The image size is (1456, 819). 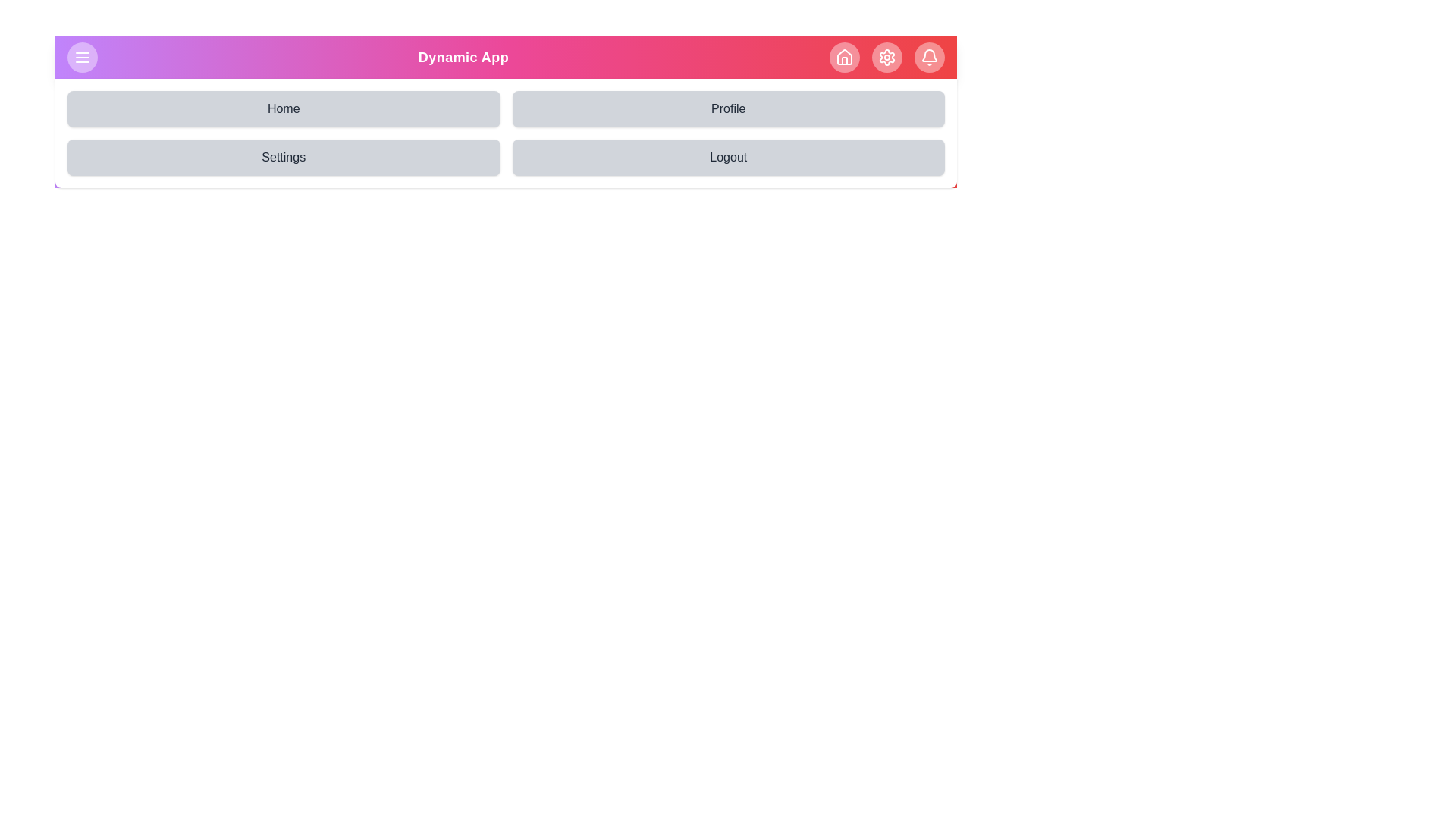 What do you see at coordinates (728, 108) in the screenshot?
I see `the Profile navigation button` at bounding box center [728, 108].